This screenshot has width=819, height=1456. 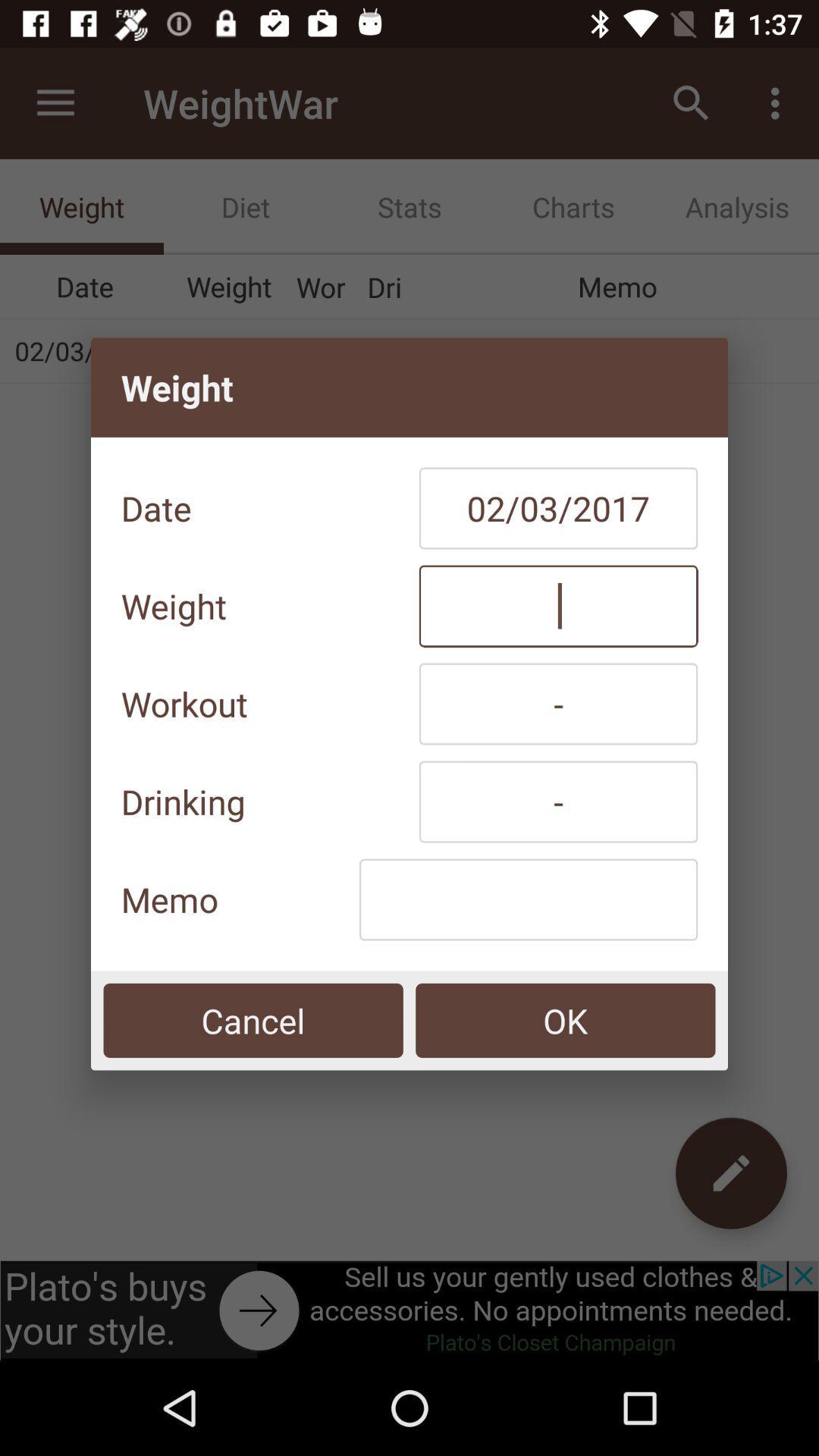 I want to click on item to the right of the drinking, so click(x=558, y=801).